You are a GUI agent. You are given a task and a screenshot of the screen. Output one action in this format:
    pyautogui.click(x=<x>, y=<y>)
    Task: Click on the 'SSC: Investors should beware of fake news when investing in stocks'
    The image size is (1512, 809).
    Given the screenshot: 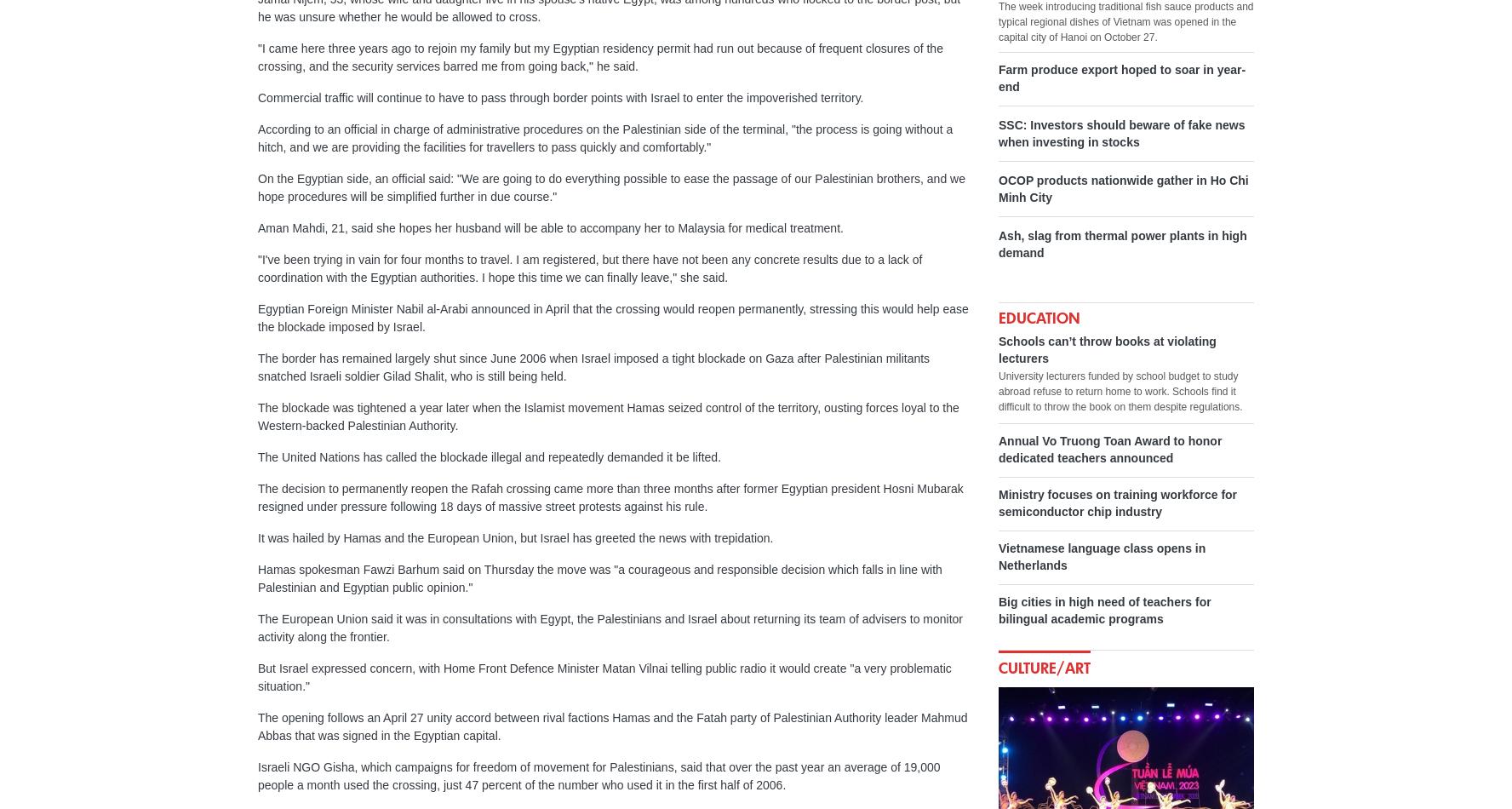 What is the action you would take?
    pyautogui.click(x=1121, y=134)
    